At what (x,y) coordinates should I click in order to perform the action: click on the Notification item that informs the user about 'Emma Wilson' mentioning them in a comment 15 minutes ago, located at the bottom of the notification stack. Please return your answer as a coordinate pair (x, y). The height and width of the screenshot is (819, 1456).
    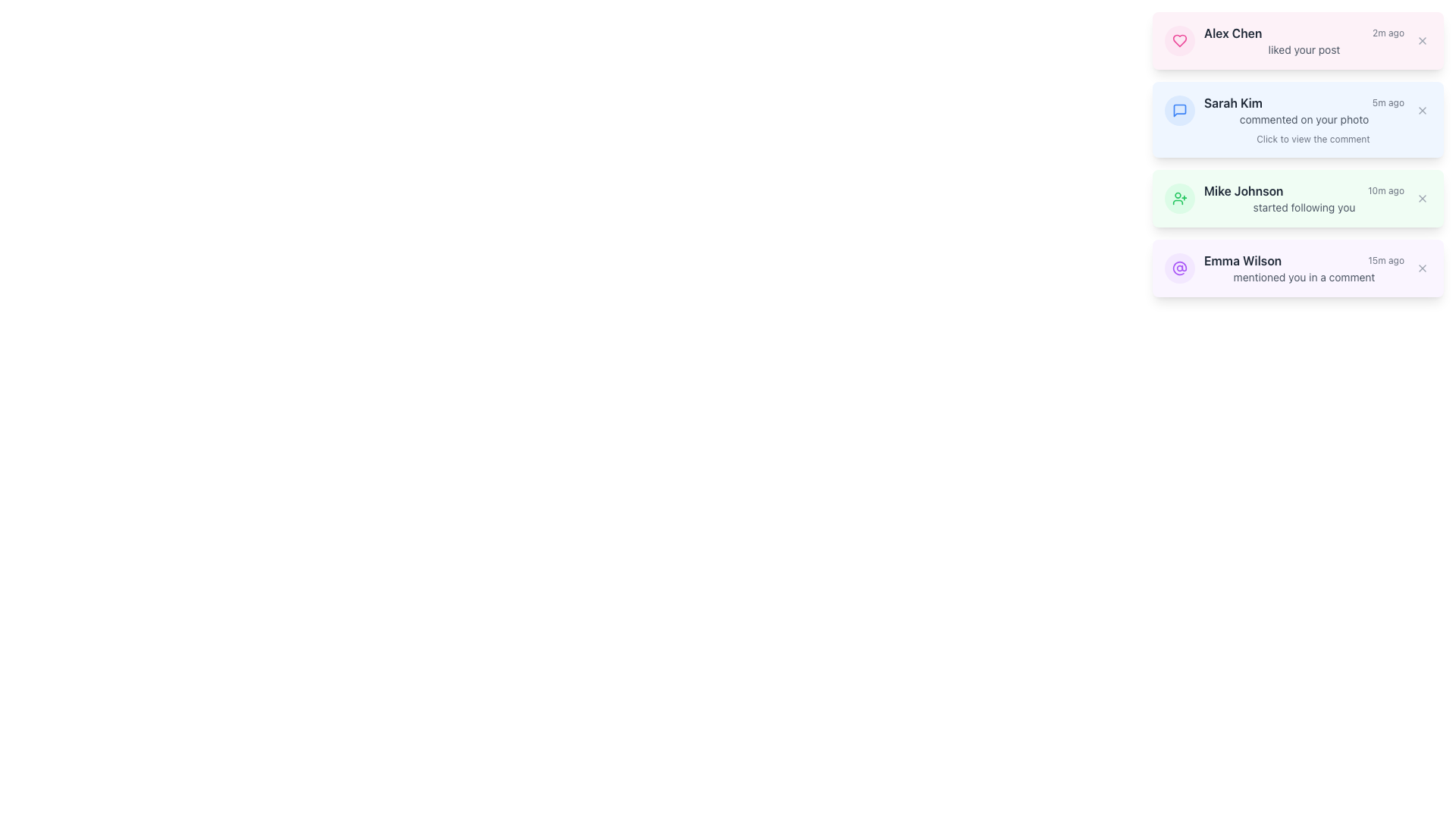
    Looking at the image, I should click on (1303, 268).